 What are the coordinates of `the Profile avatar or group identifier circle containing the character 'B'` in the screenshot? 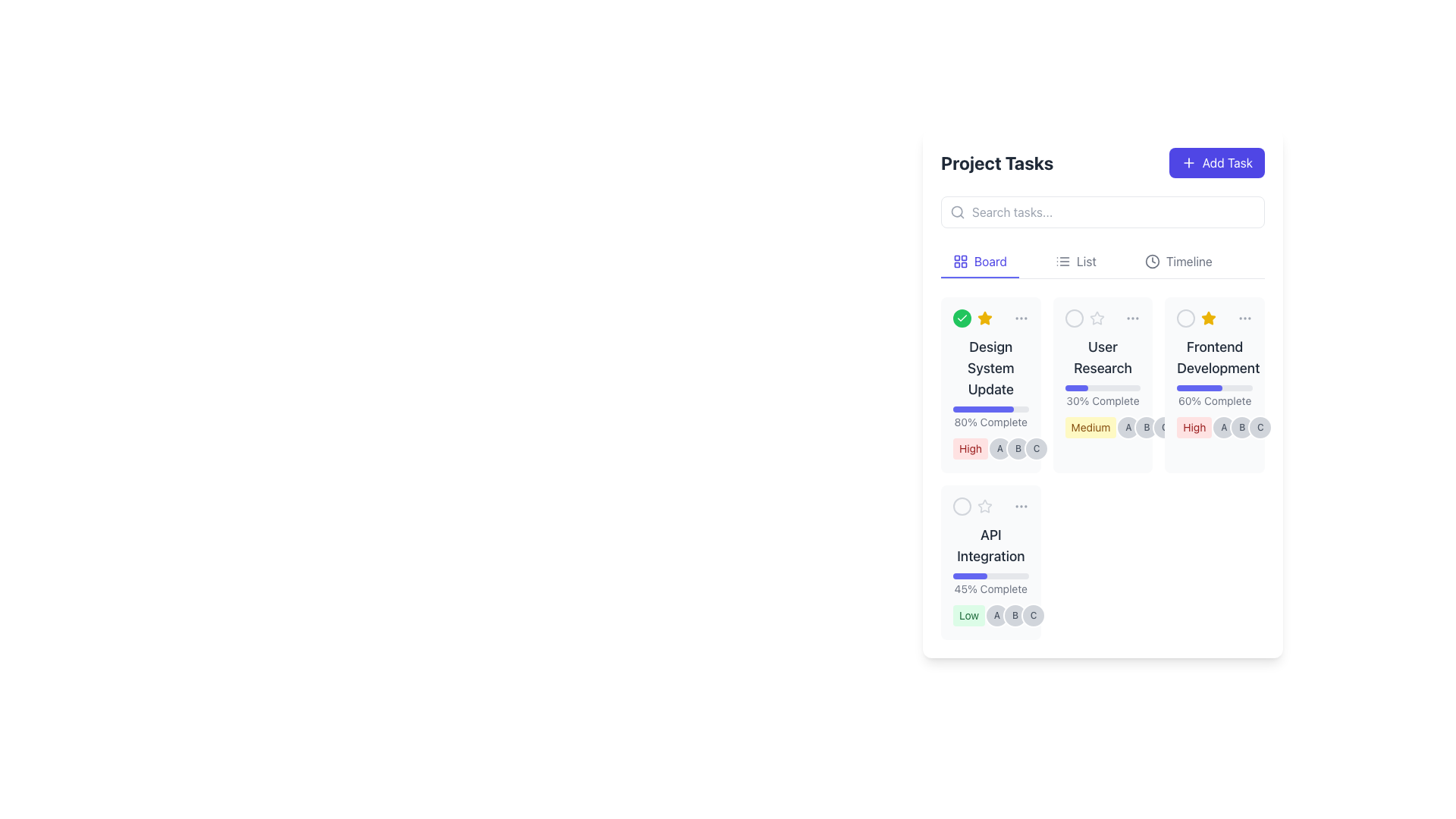 It's located at (1015, 616).